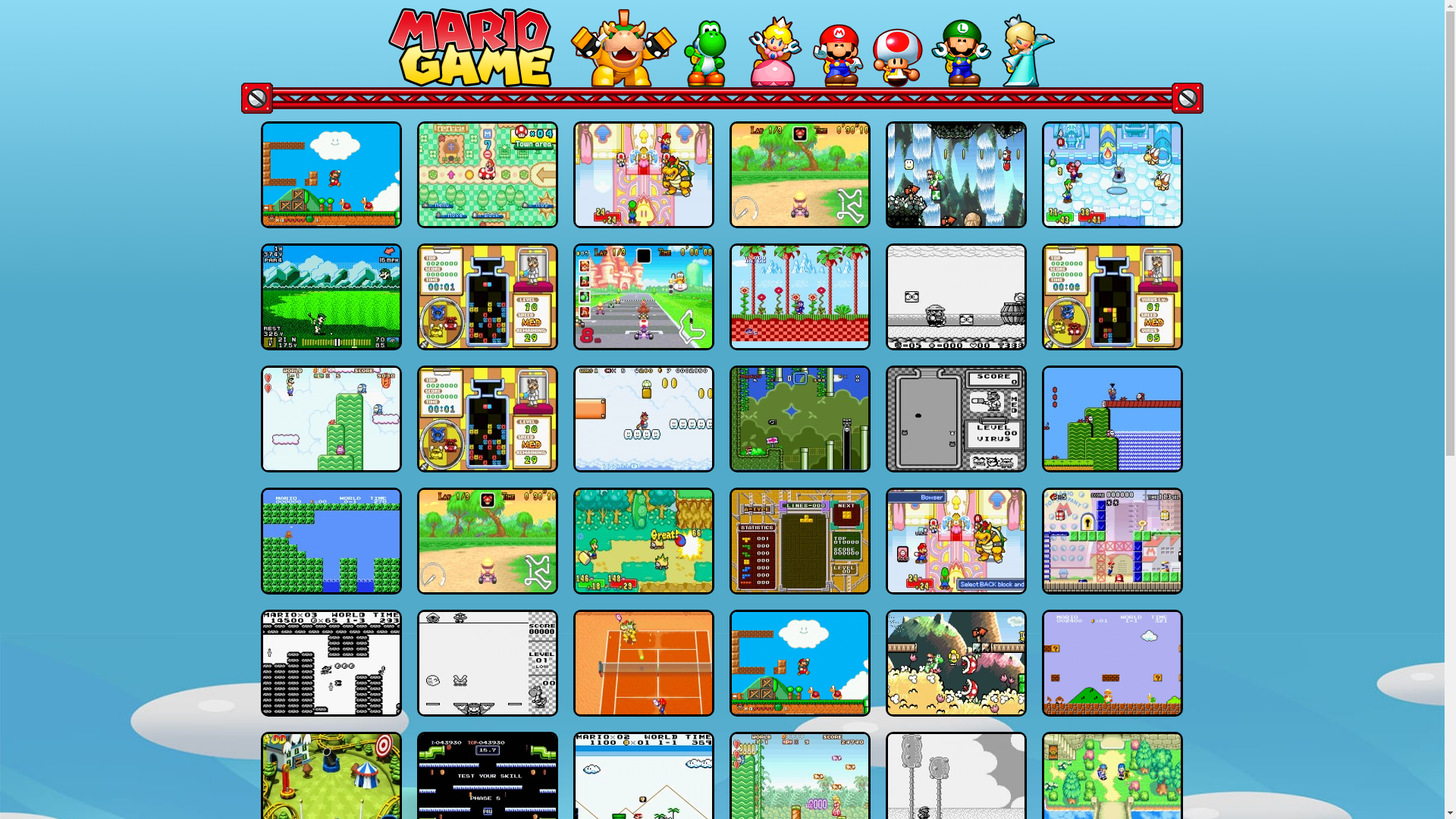 The width and height of the screenshot is (1456, 819). What do you see at coordinates (955, 783) in the screenshot?
I see `'Super Mario Land 2:6 Golden Coins'` at bounding box center [955, 783].